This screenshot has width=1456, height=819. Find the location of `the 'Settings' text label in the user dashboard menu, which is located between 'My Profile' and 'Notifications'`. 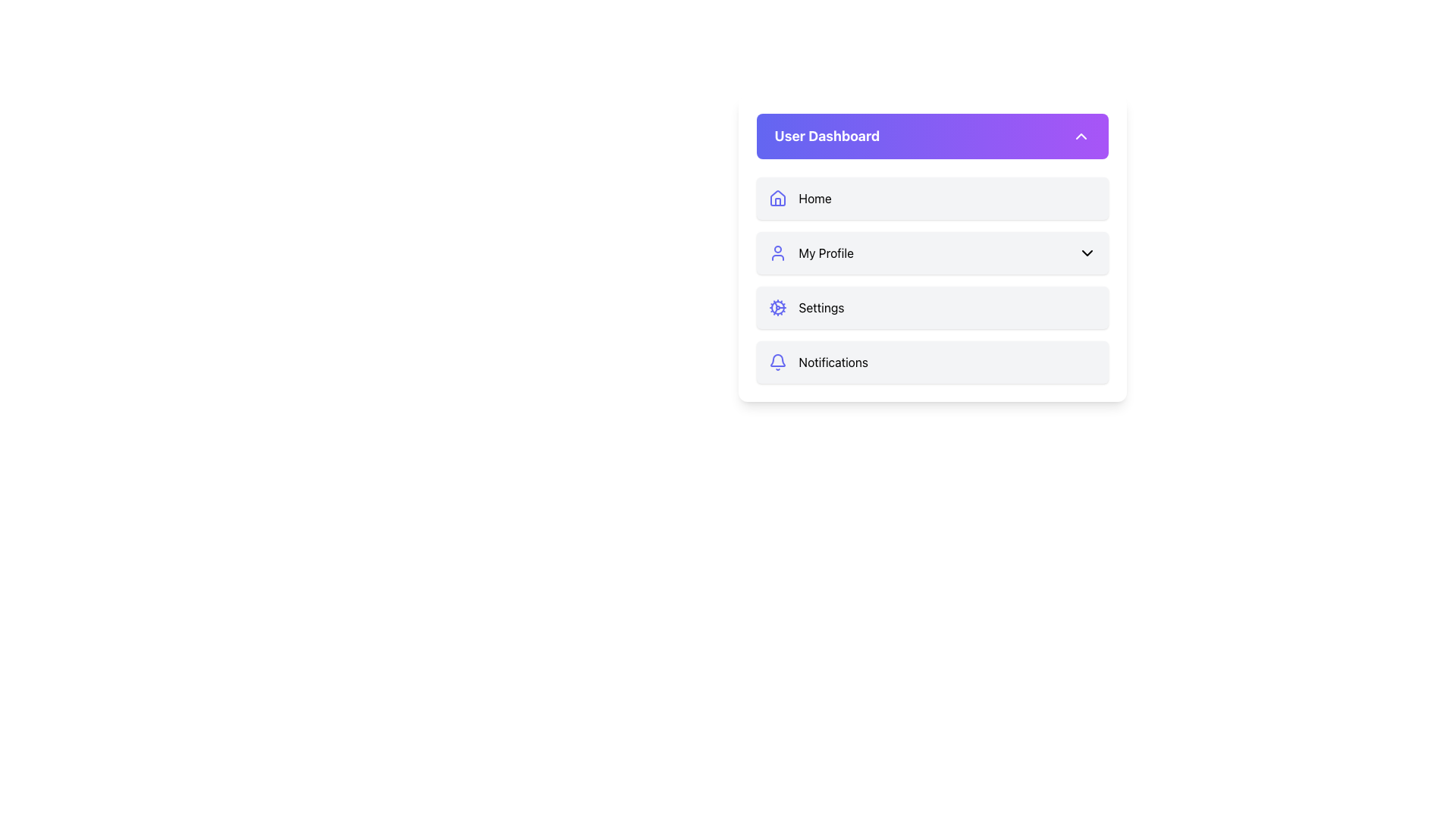

the 'Settings' text label in the user dashboard menu, which is located between 'My Profile' and 'Notifications' is located at coordinates (821, 307).